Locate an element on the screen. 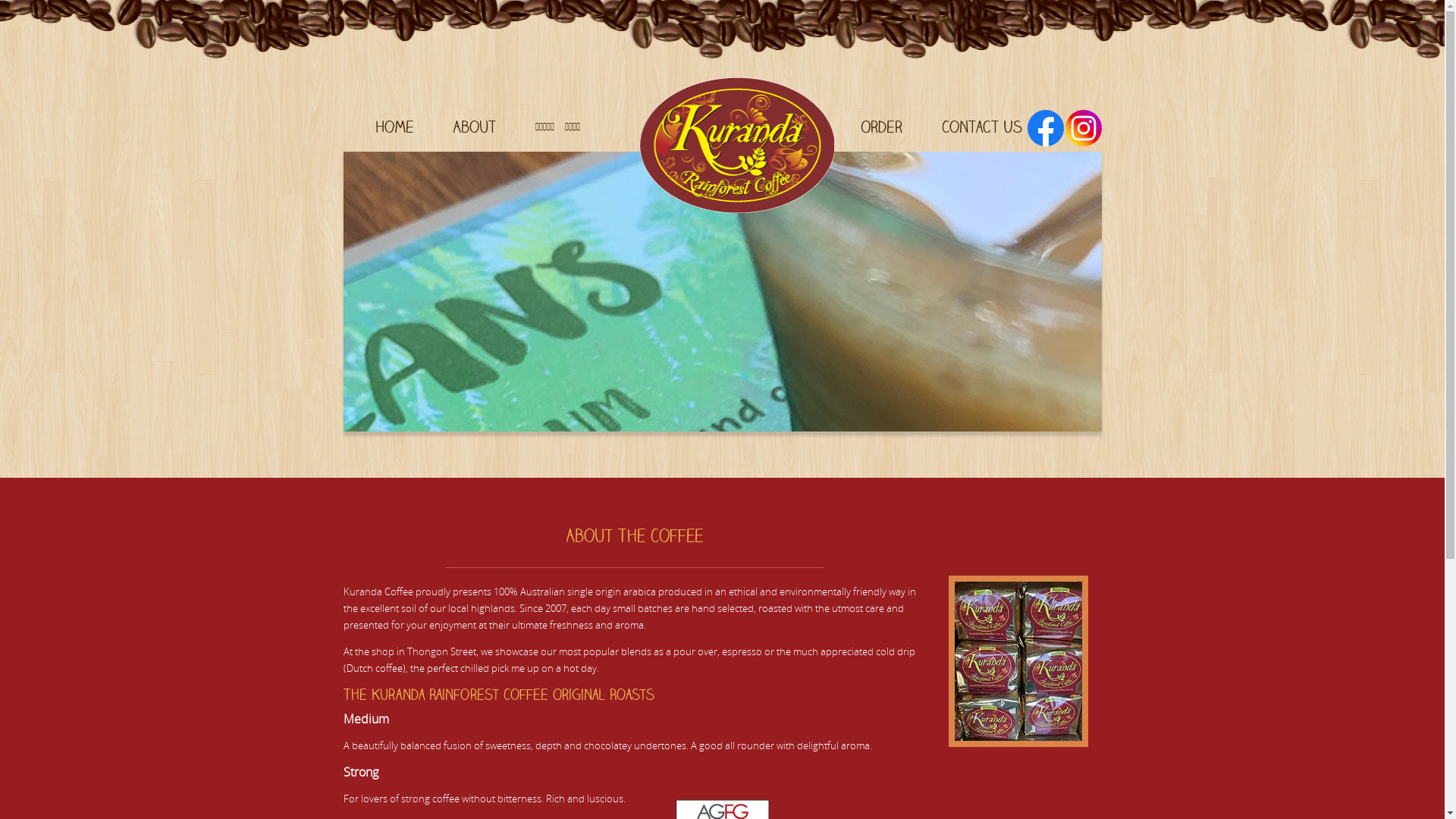 Image resolution: width=1456 pixels, height=819 pixels. 'Home' is located at coordinates (394, 125).